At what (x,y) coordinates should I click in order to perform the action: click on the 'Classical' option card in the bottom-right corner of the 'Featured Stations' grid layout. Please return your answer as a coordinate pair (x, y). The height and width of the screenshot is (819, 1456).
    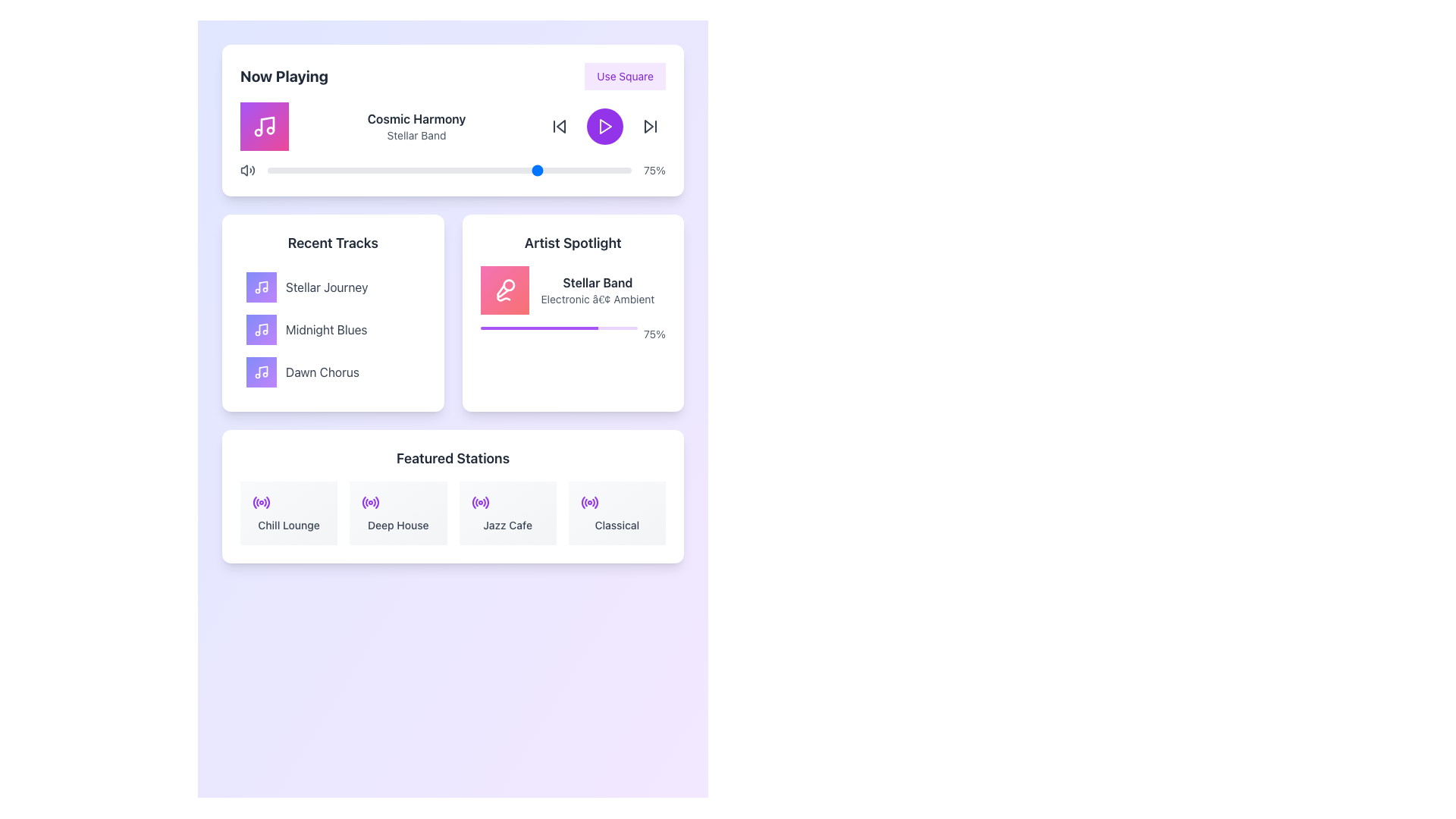
    Looking at the image, I should click on (617, 513).